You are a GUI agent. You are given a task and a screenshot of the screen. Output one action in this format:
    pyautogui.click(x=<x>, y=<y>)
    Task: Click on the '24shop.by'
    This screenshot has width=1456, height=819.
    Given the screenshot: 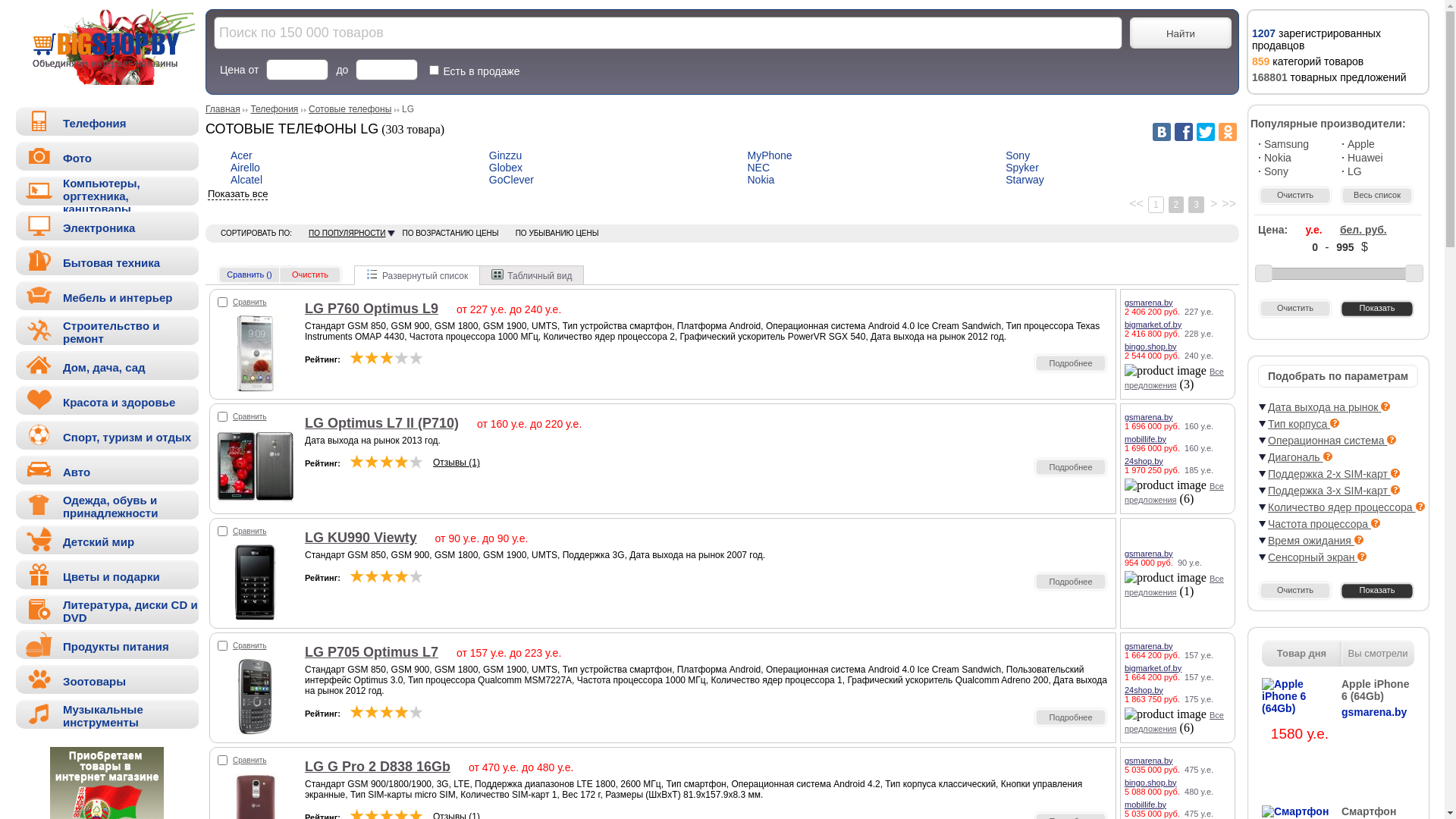 What is the action you would take?
    pyautogui.click(x=1144, y=690)
    